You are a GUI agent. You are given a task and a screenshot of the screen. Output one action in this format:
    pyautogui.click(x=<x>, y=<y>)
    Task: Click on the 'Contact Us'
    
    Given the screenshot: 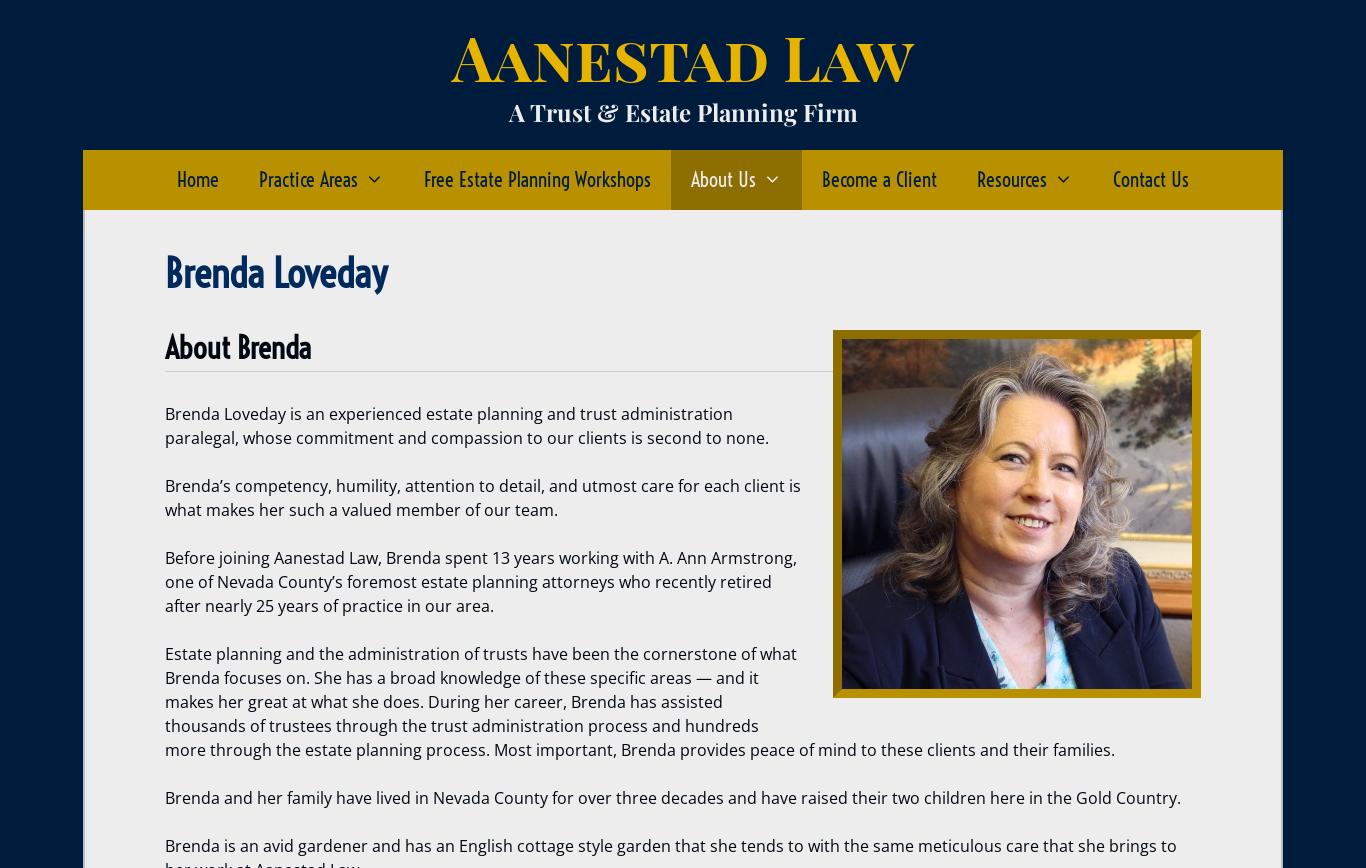 What is the action you would take?
    pyautogui.click(x=1150, y=179)
    